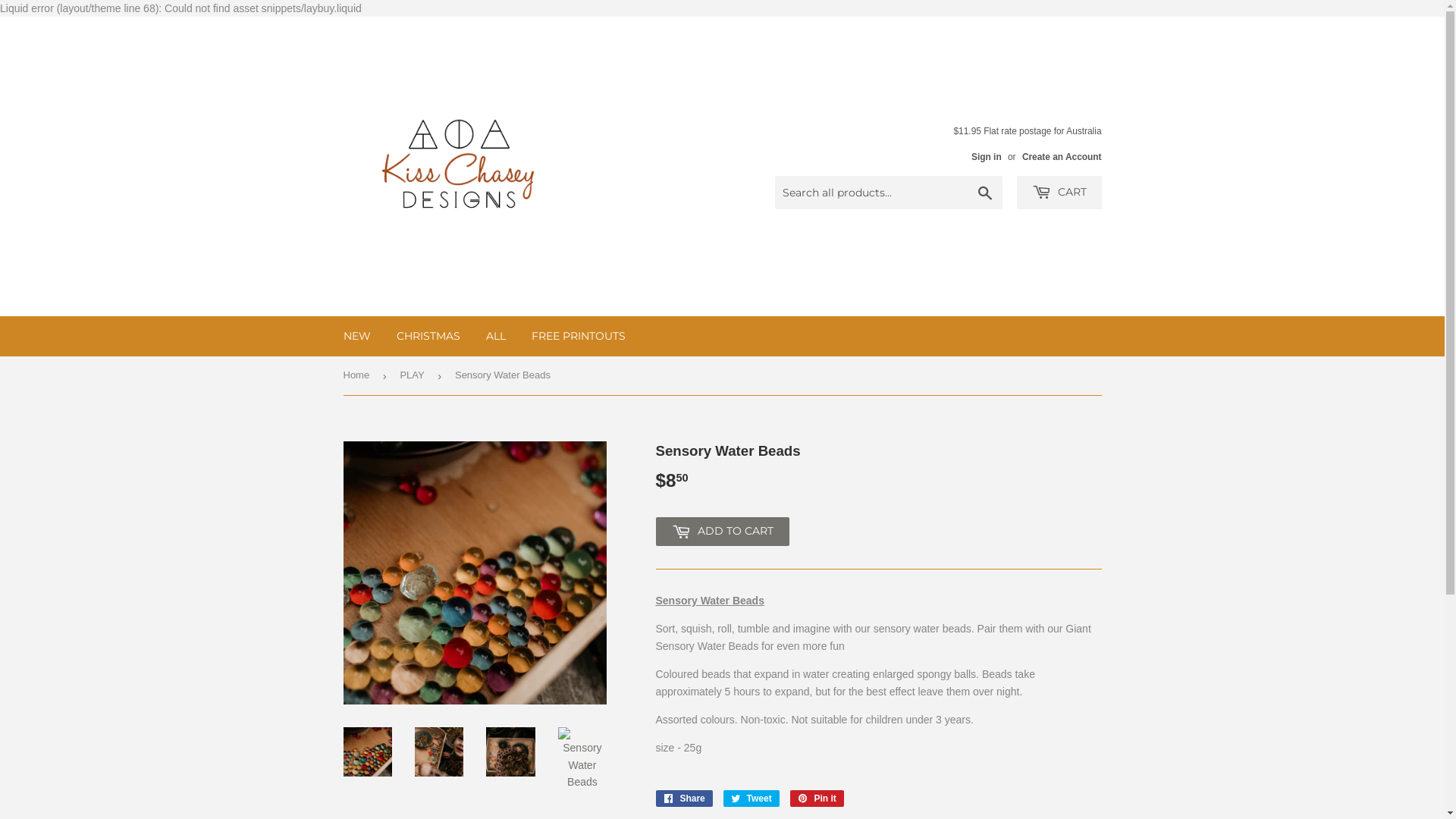 This screenshot has height=819, width=1456. I want to click on 'ADD TO CART', so click(655, 531).